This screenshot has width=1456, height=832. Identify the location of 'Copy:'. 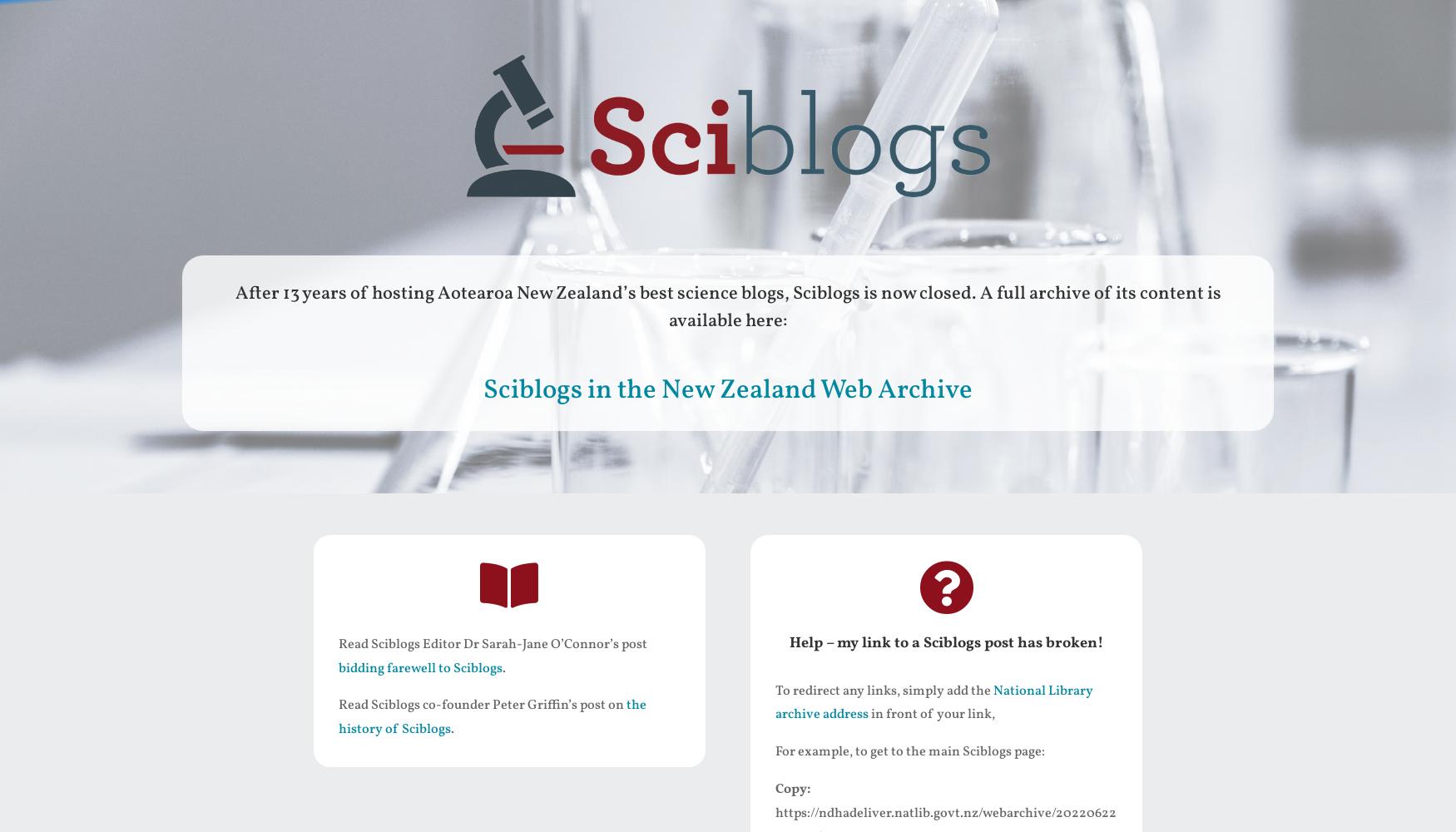
(775, 789).